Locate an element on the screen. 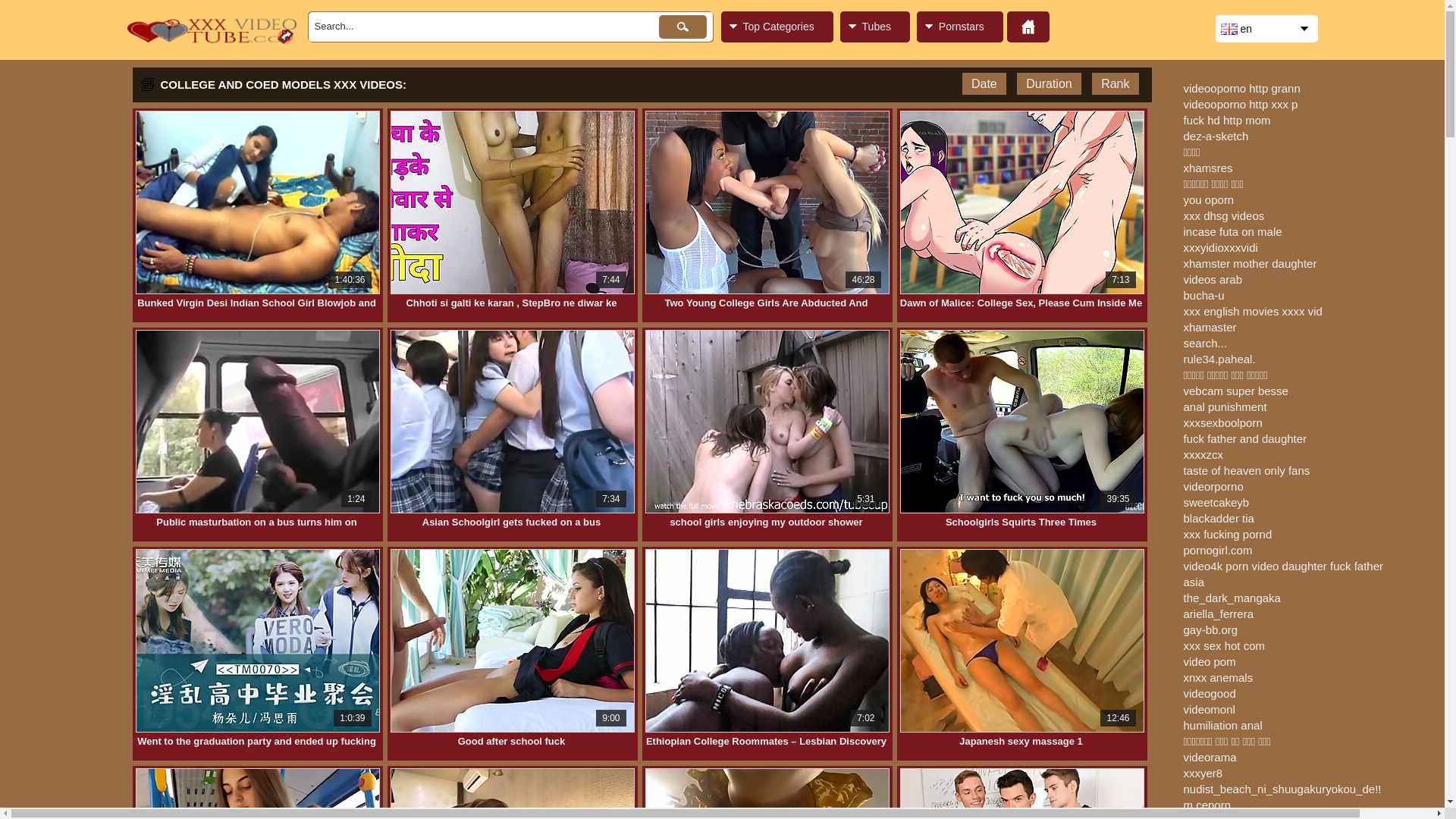 The width and height of the screenshot is (1456, 819). 'rule34.paheal.' is located at coordinates (1219, 359).